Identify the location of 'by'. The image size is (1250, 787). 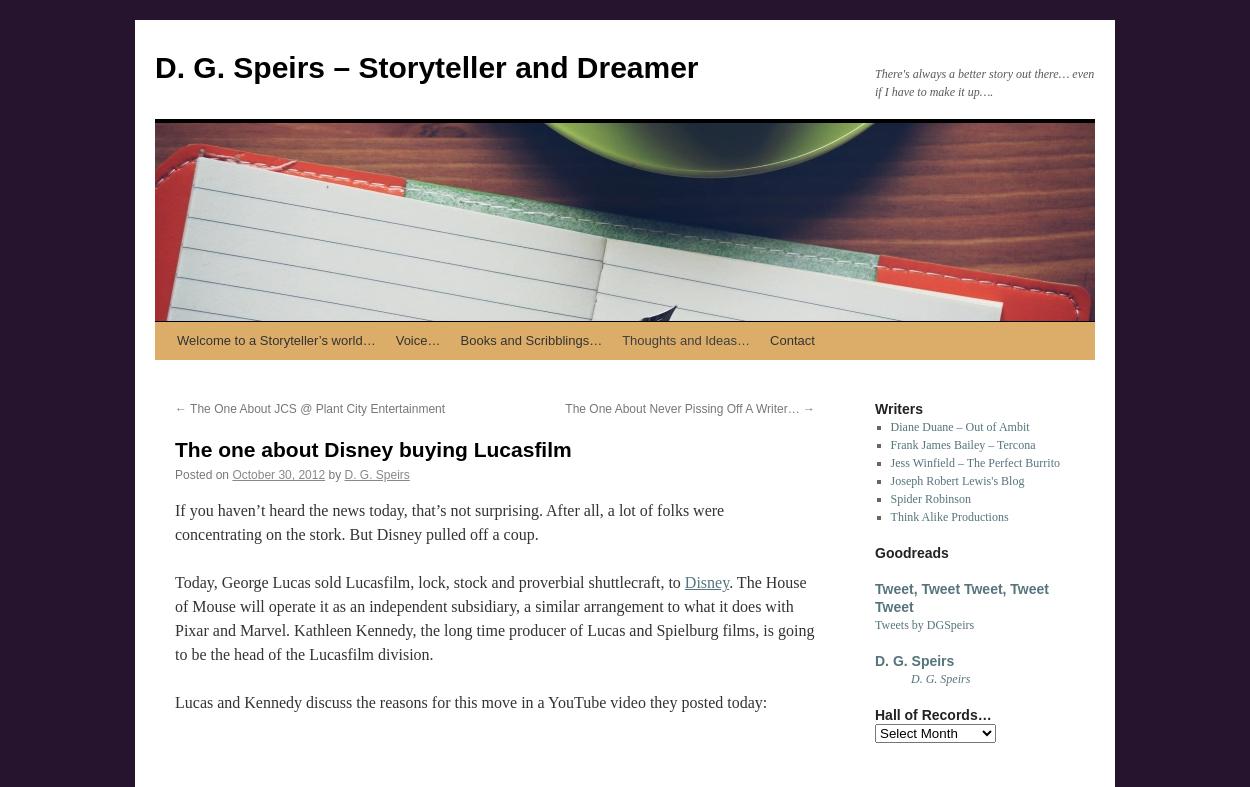
(327, 475).